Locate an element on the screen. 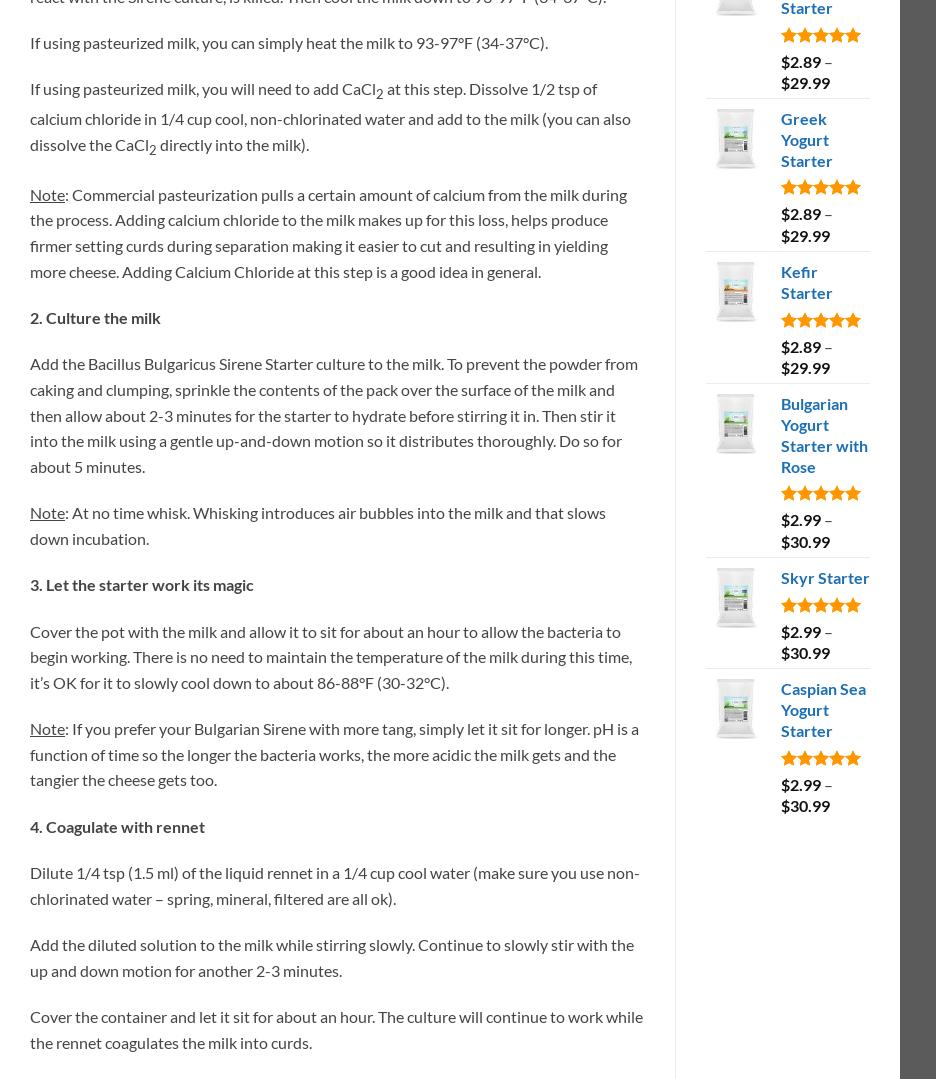 The height and width of the screenshot is (1079, 936). 'If using pasteurized milk, you will need to add CaCl' is located at coordinates (203, 88).